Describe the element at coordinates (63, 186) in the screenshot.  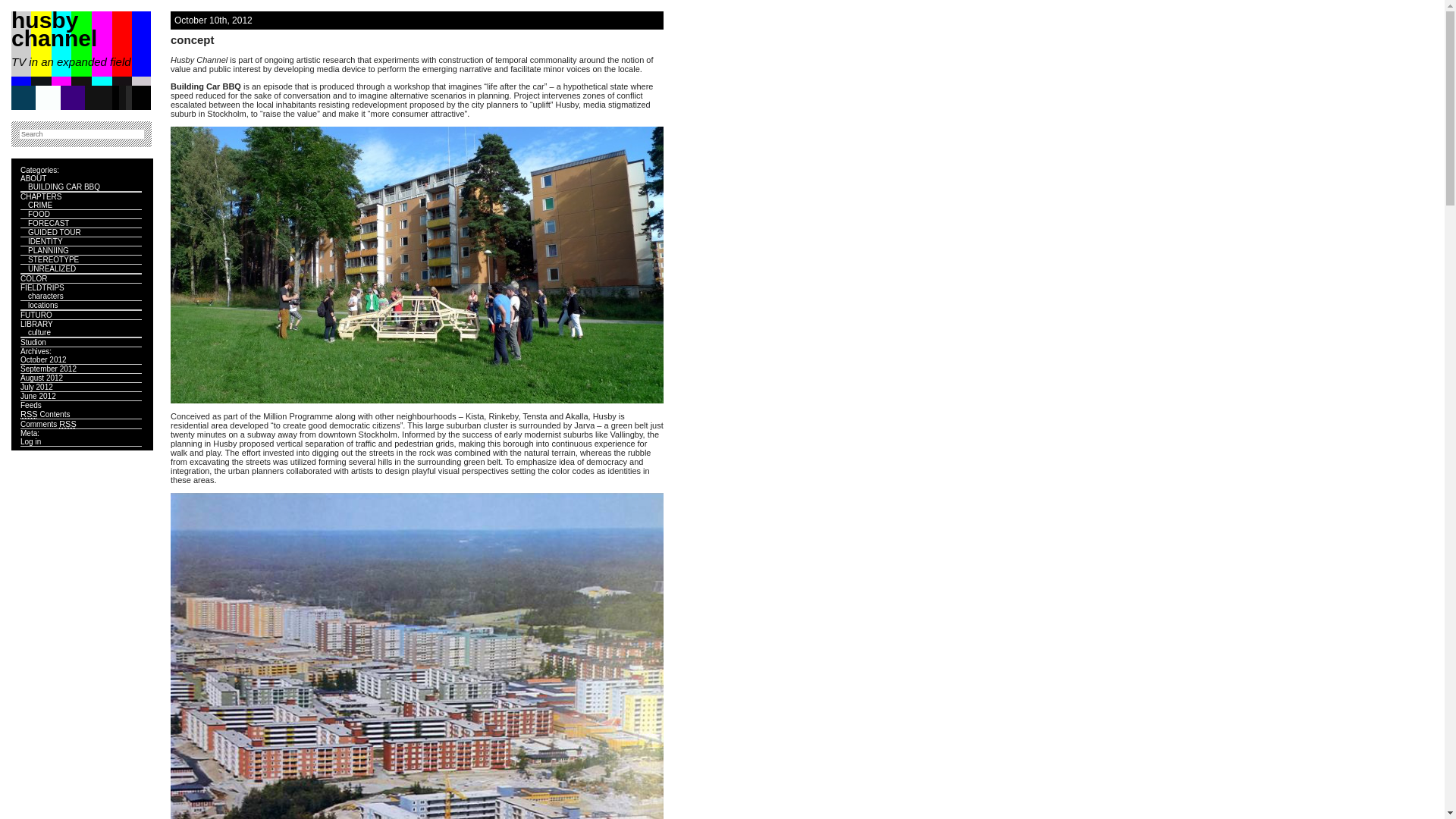
I see `'BUILDING CAR BBQ'` at that location.